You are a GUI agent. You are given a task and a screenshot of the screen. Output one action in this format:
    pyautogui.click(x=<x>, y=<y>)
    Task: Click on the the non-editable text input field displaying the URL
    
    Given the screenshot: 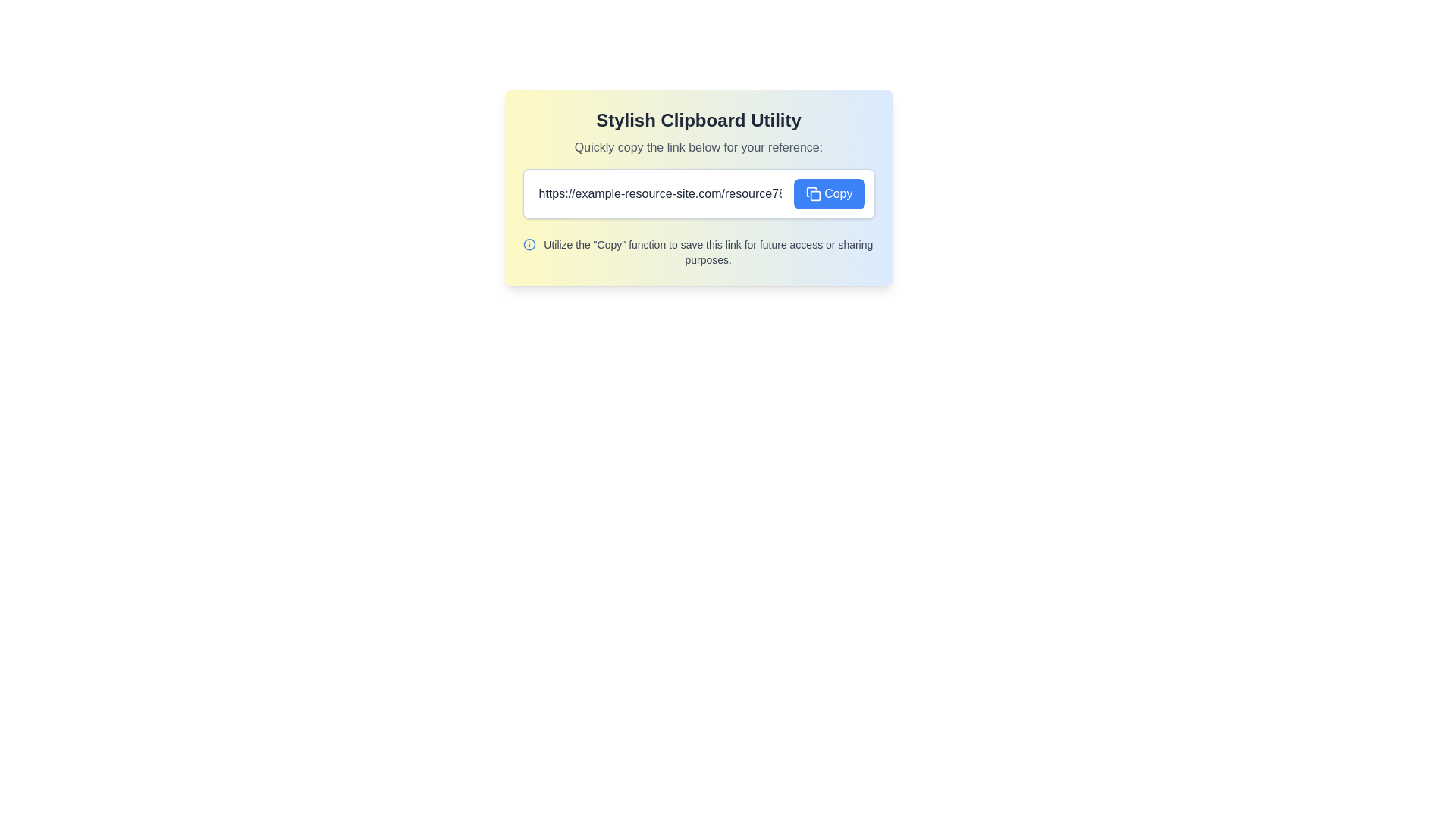 What is the action you would take?
    pyautogui.click(x=660, y=193)
    